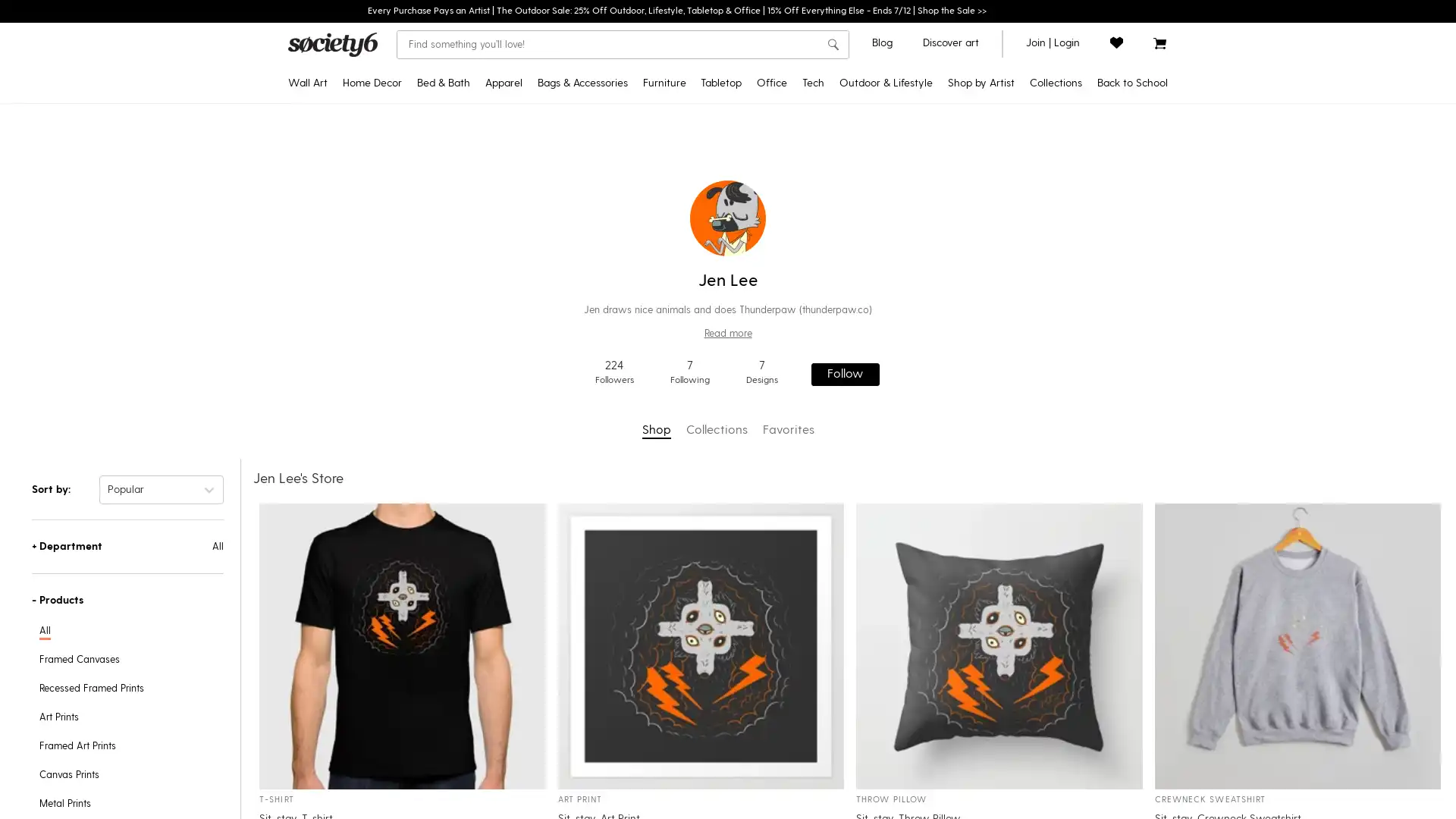 The image size is (1456, 819). Describe the element at coordinates (592, 243) in the screenshot. I see `Fanny Packs` at that location.